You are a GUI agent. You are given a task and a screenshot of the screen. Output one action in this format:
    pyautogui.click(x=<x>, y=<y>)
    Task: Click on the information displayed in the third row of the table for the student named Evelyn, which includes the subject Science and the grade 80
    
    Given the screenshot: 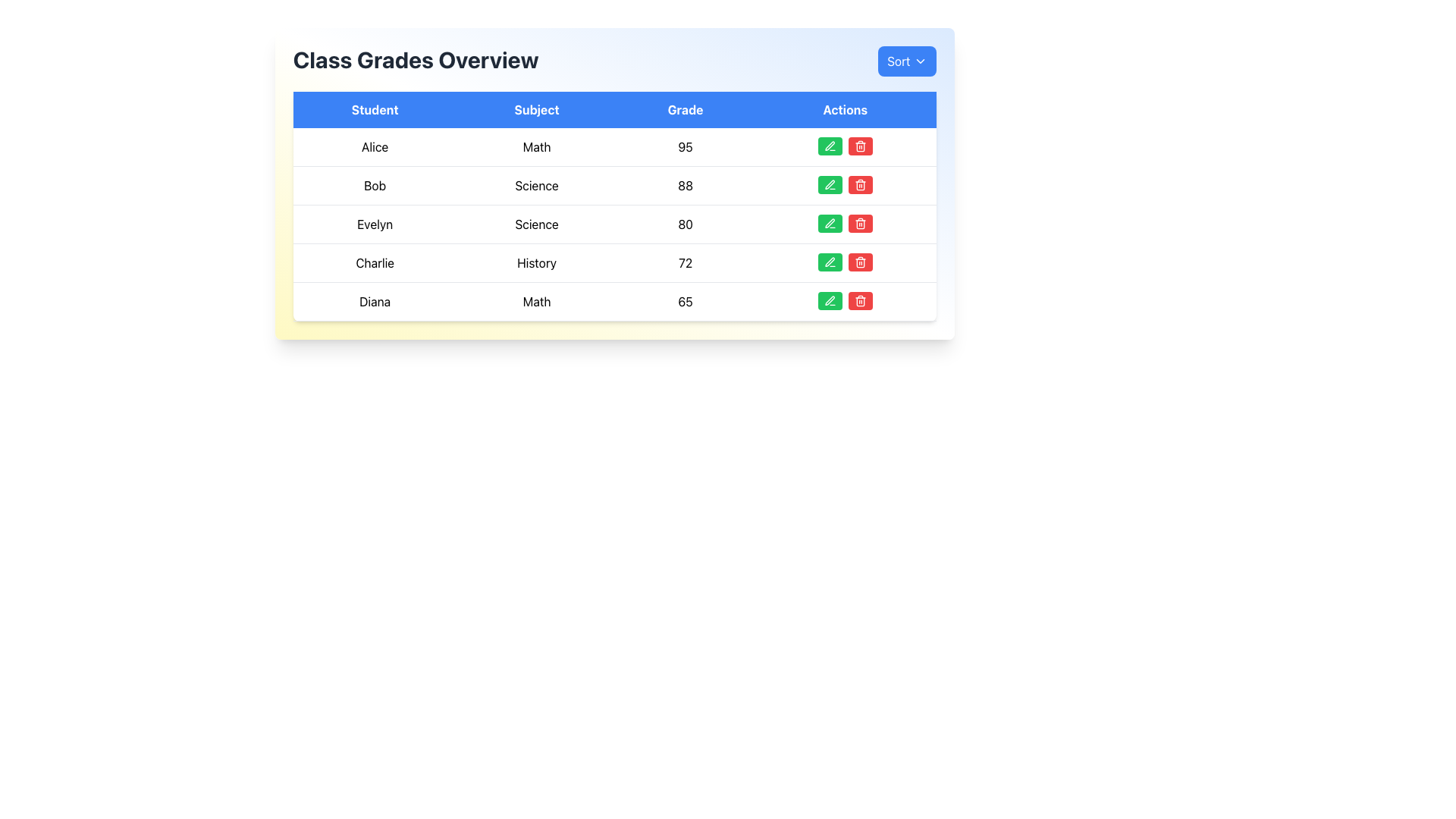 What is the action you would take?
    pyautogui.click(x=614, y=224)
    